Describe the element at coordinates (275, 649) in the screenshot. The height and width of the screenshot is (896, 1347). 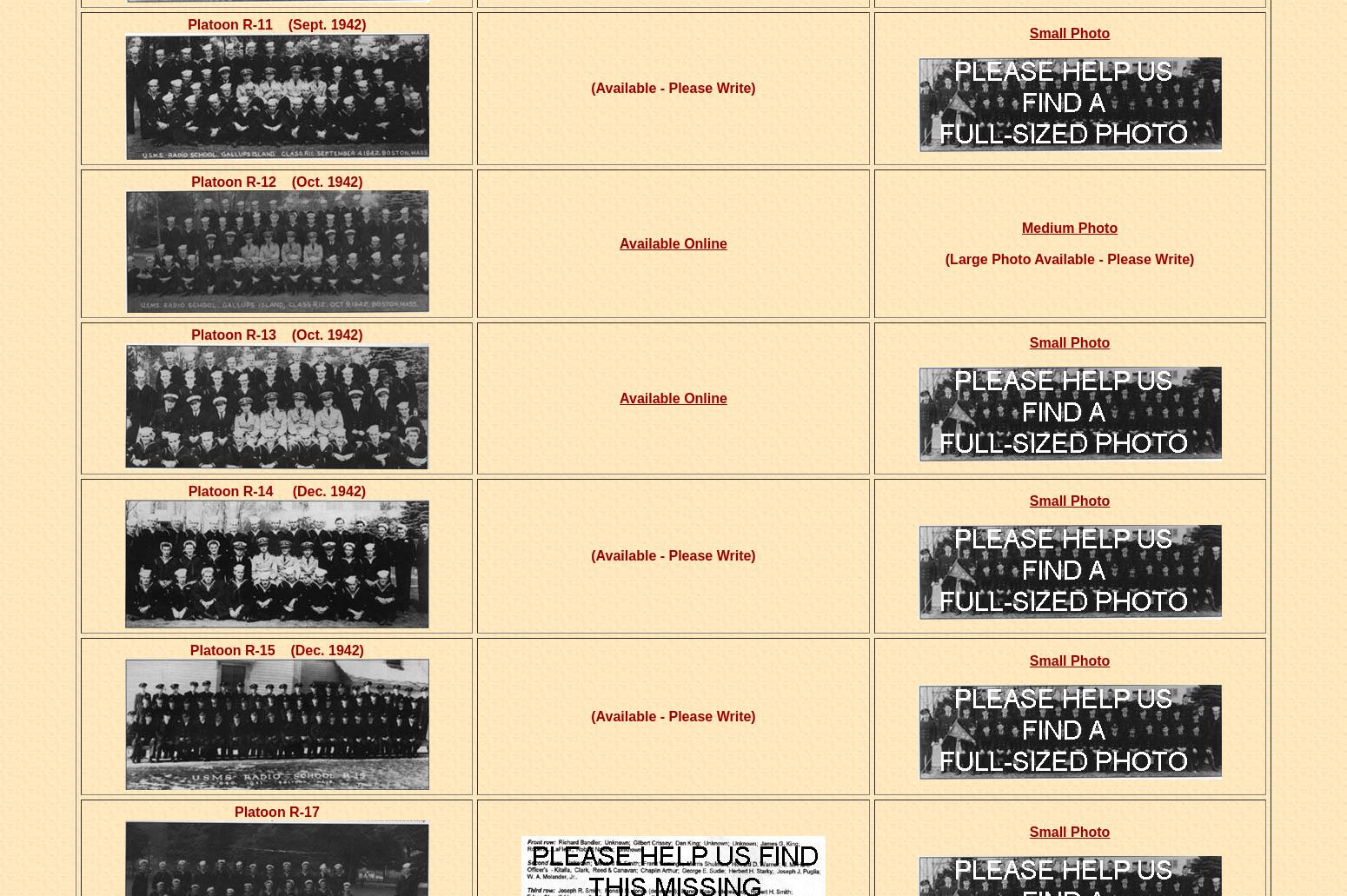
I see `'Platoon R-15    (Dec. 
                
                1942)'` at that location.